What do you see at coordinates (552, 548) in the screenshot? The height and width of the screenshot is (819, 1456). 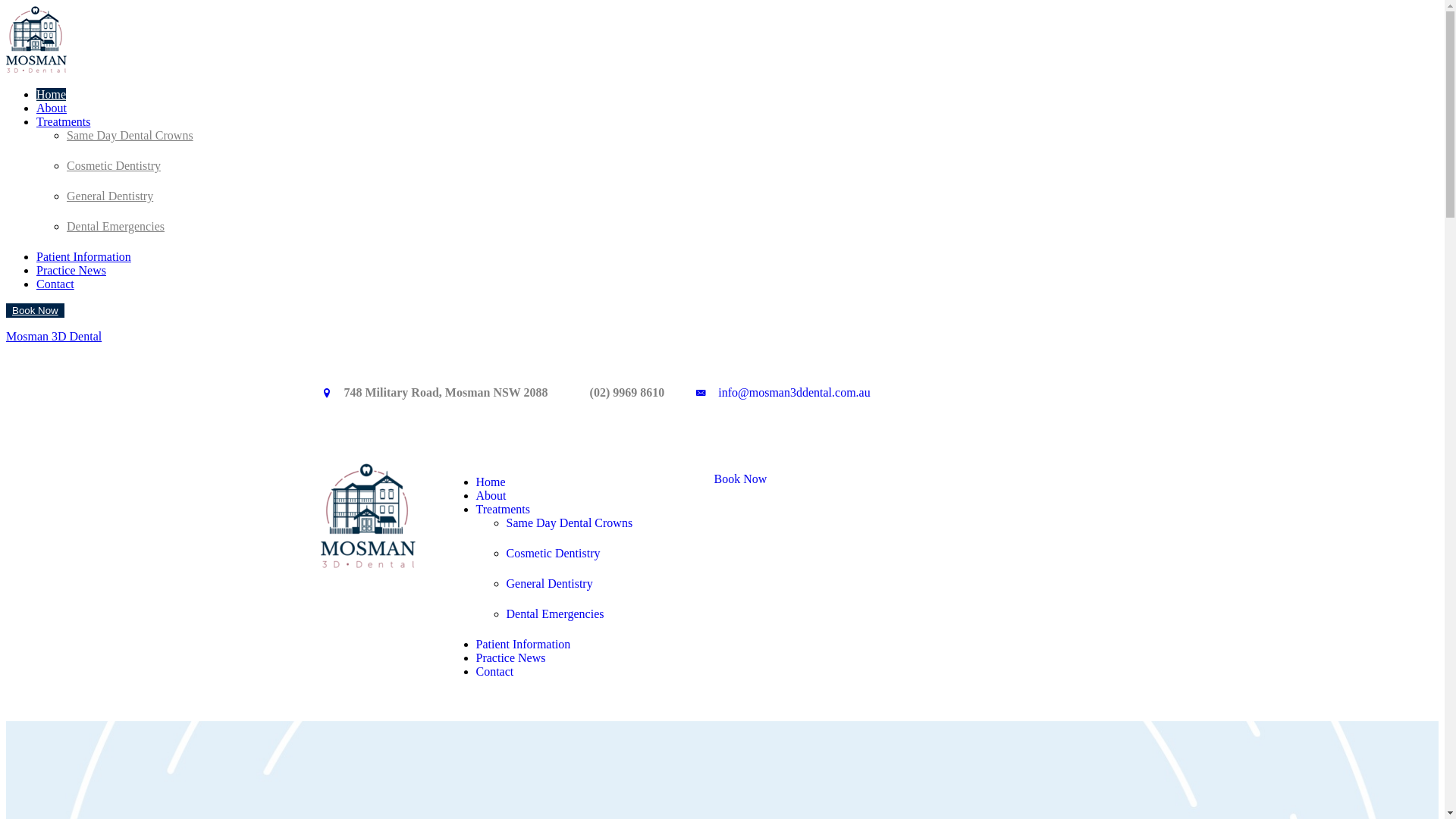 I see `'Cosmetic Dentistry'` at bounding box center [552, 548].